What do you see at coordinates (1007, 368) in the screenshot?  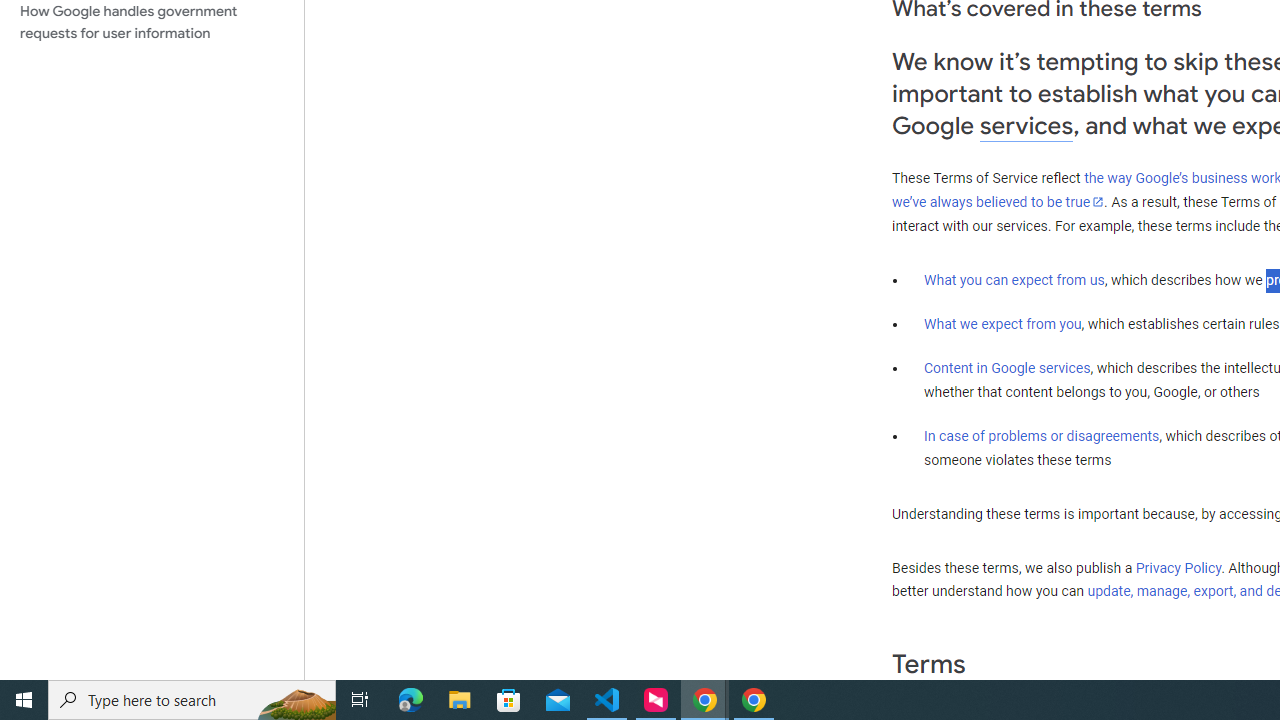 I see `'Content in Google services'` at bounding box center [1007, 368].